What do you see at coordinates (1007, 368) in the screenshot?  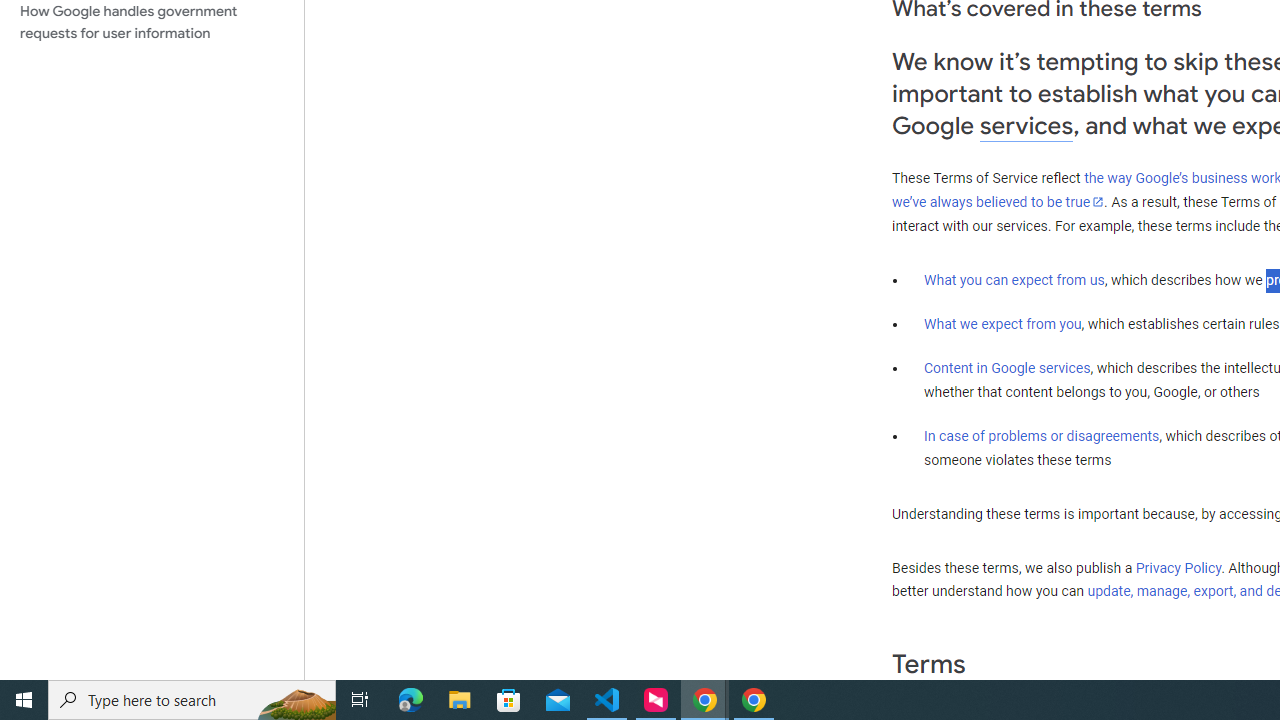 I see `'Content in Google services'` at bounding box center [1007, 368].